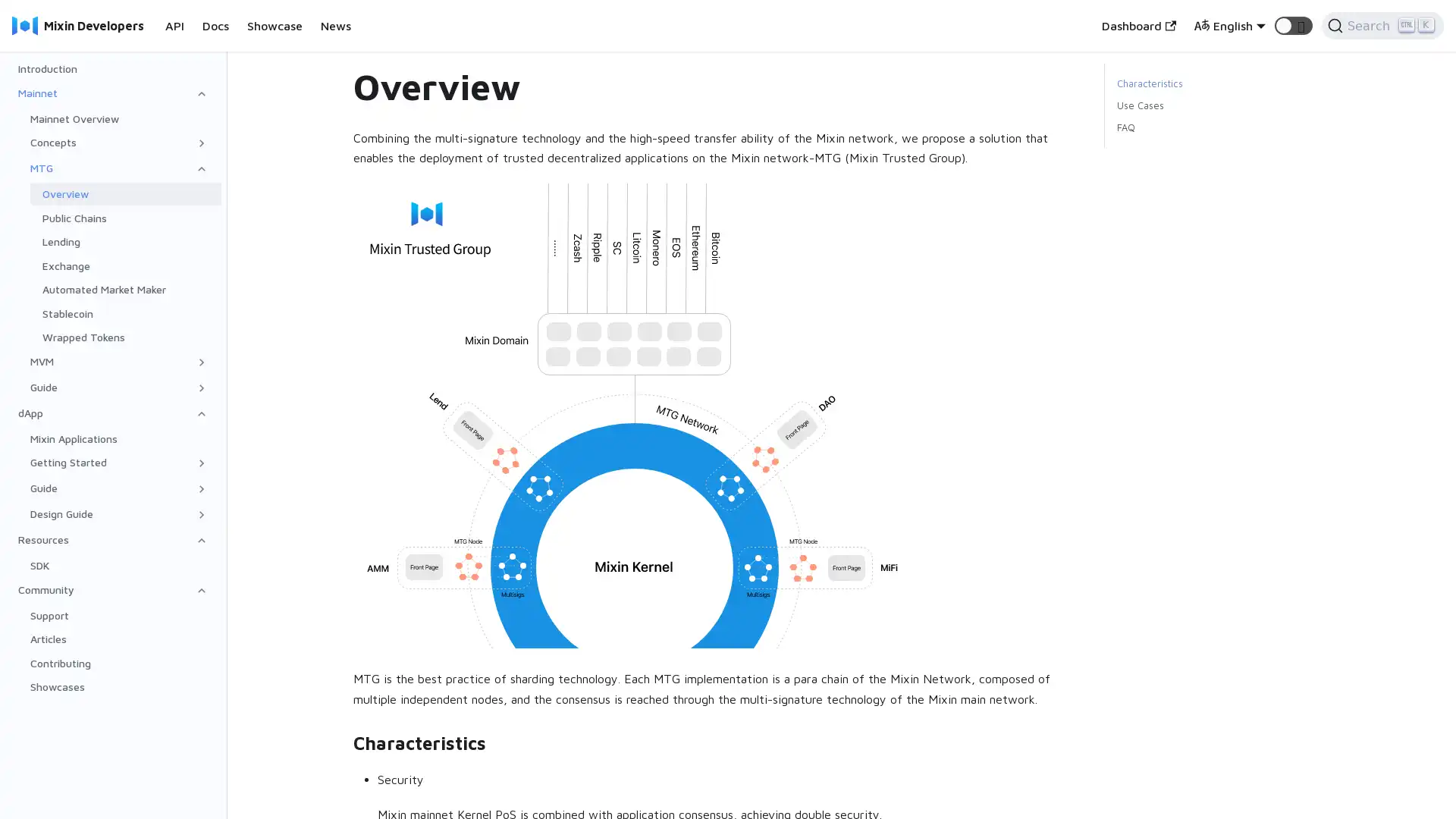  Describe the element at coordinates (1382, 26) in the screenshot. I see `Search` at that location.